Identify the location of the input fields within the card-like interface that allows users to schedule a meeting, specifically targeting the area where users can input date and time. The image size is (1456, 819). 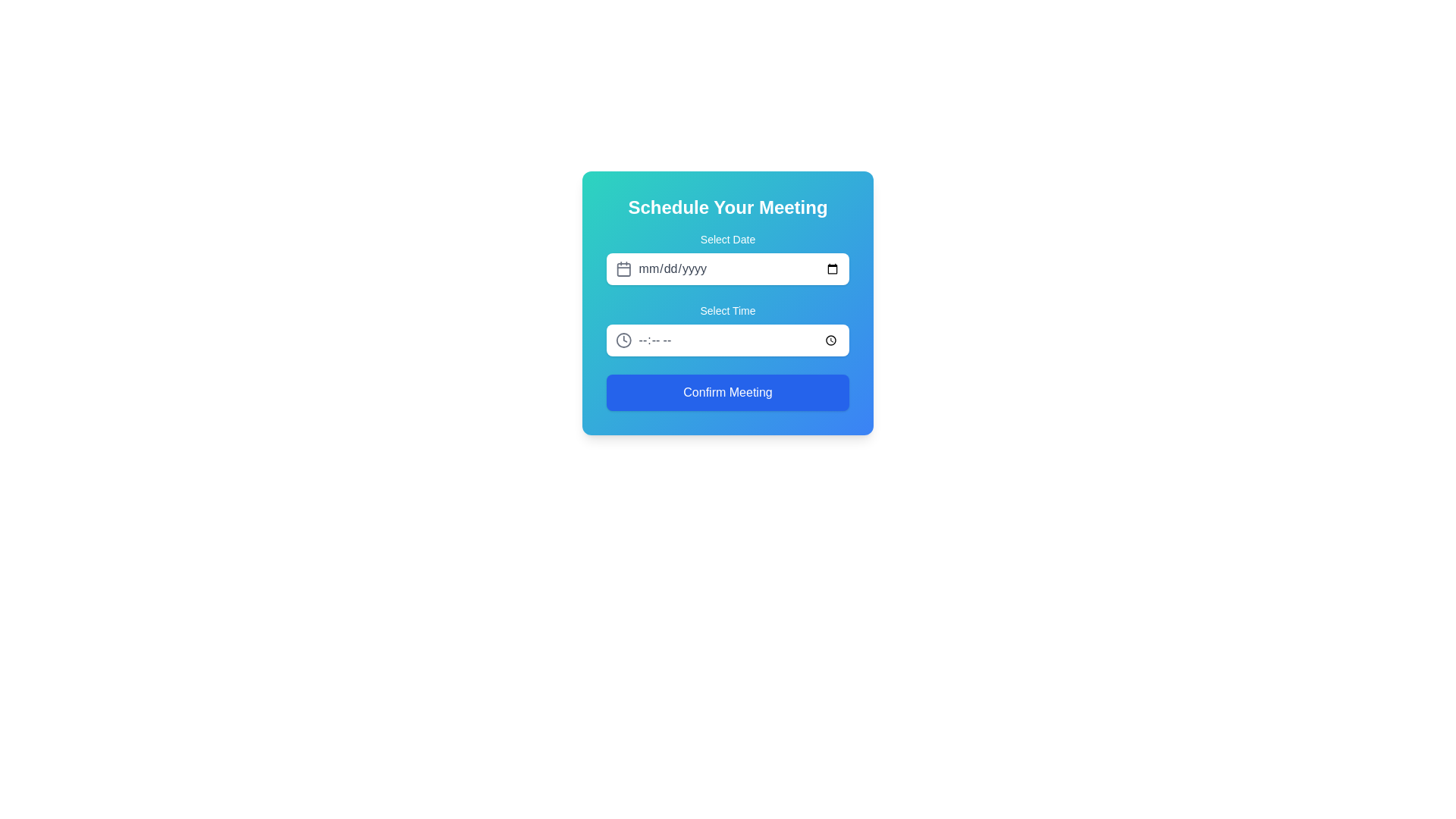
(728, 303).